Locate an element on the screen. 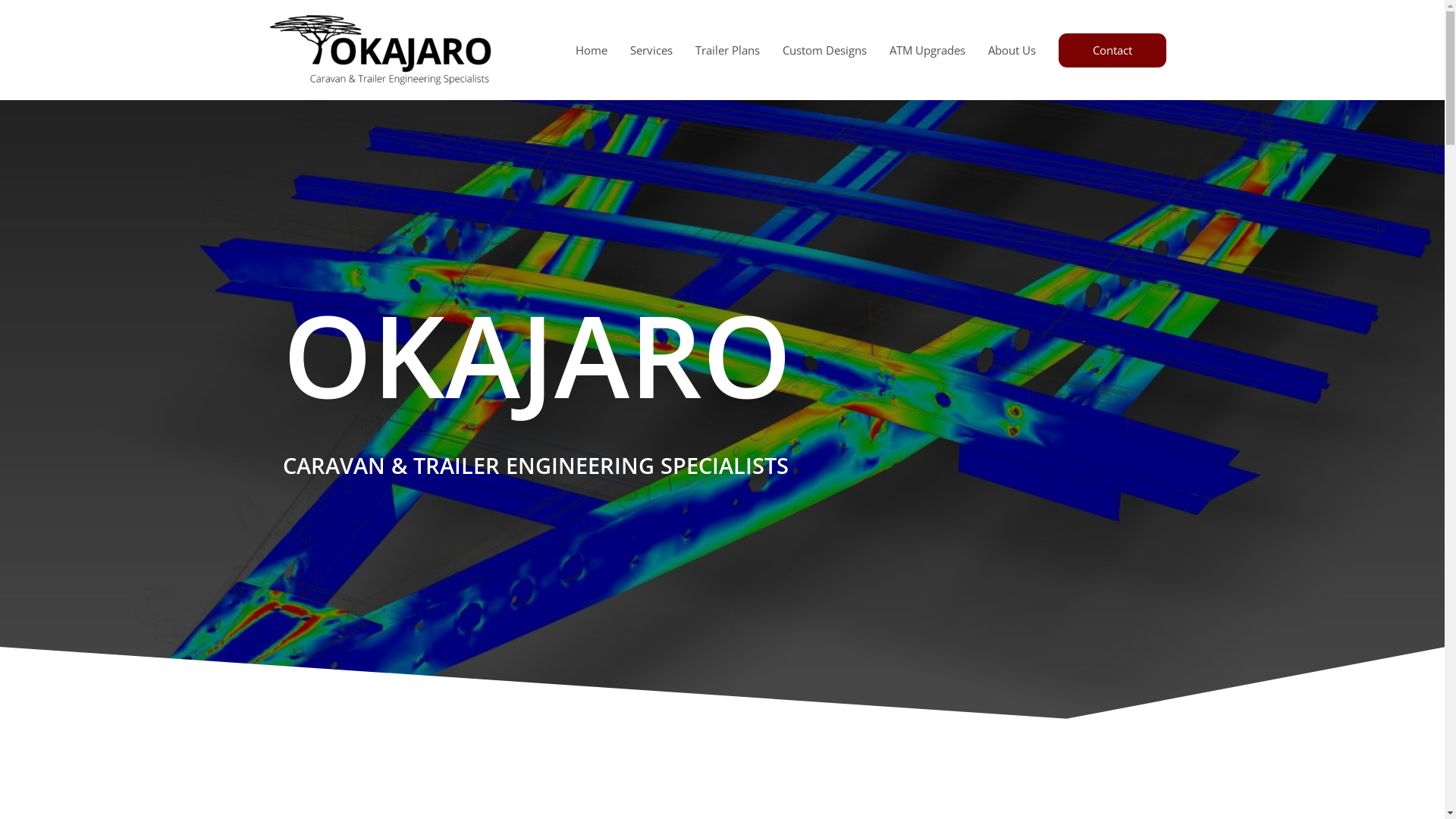 The width and height of the screenshot is (1456, 819). 'About Us' is located at coordinates (1012, 49).